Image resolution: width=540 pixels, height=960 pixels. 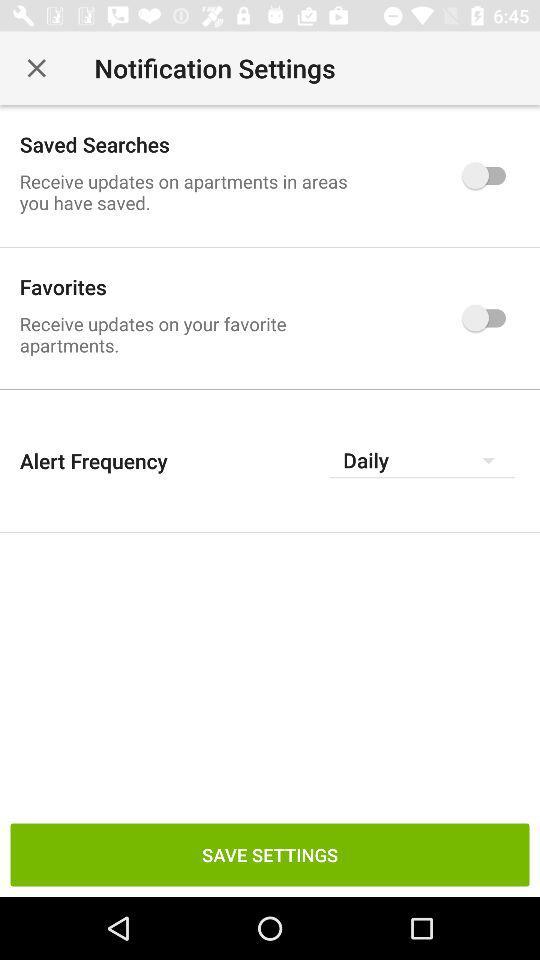 I want to click on favorites option, so click(x=488, y=318).